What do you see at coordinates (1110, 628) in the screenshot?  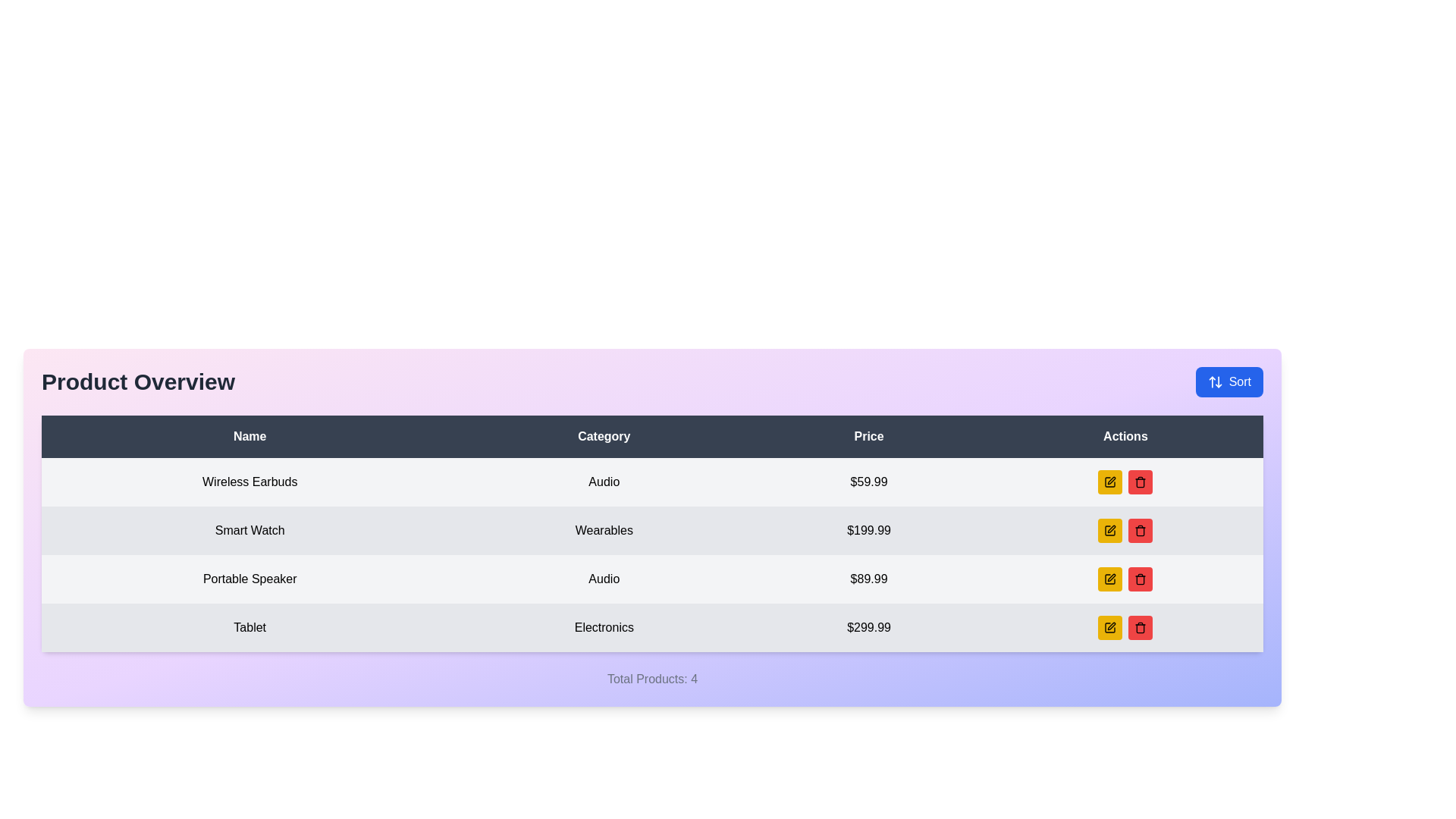 I see `the first yellow button in the last row of the 'Actions' column in the table` at bounding box center [1110, 628].